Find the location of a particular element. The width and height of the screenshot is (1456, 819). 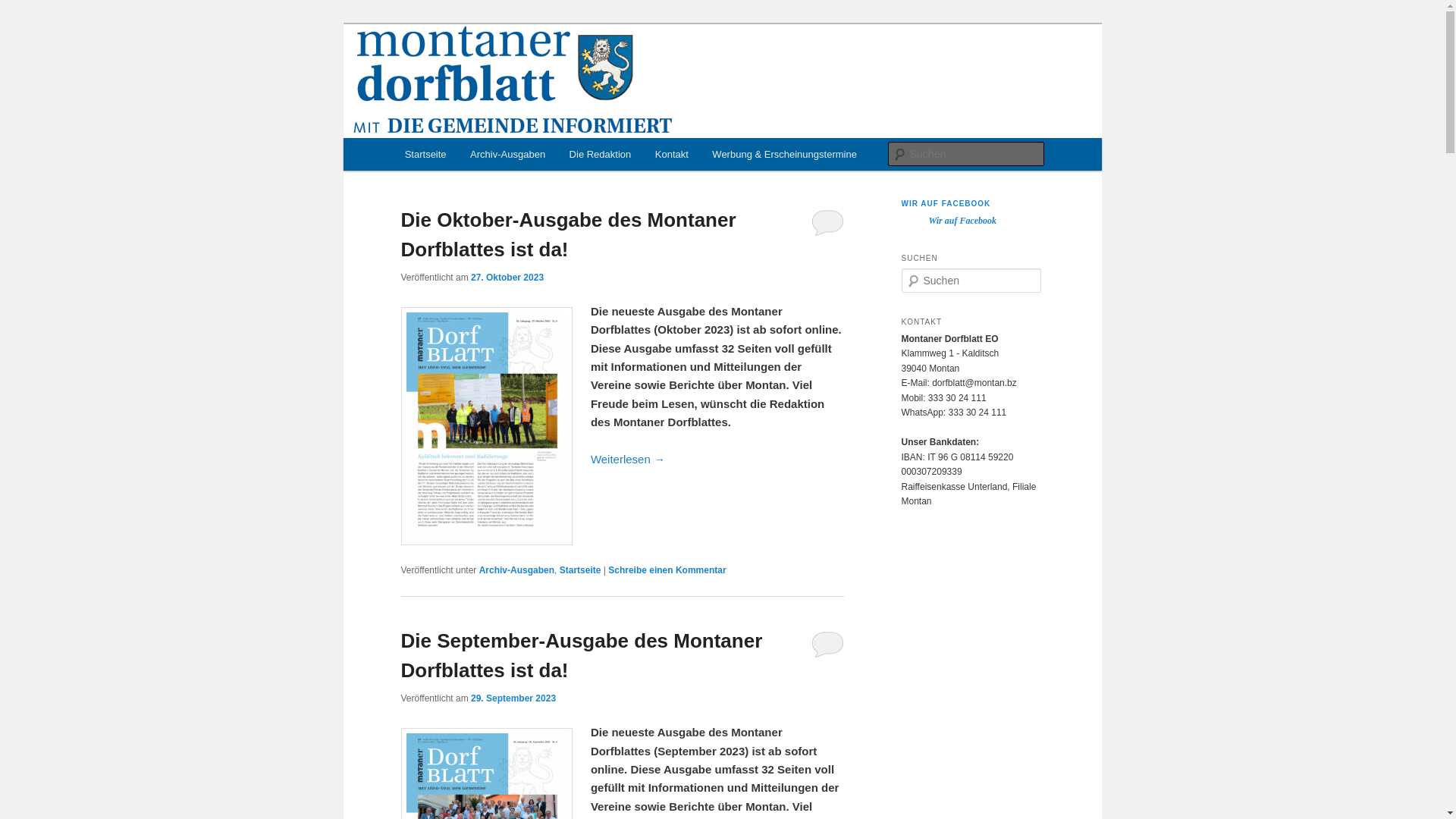

'Wir auf Facebook' is located at coordinates (961, 220).